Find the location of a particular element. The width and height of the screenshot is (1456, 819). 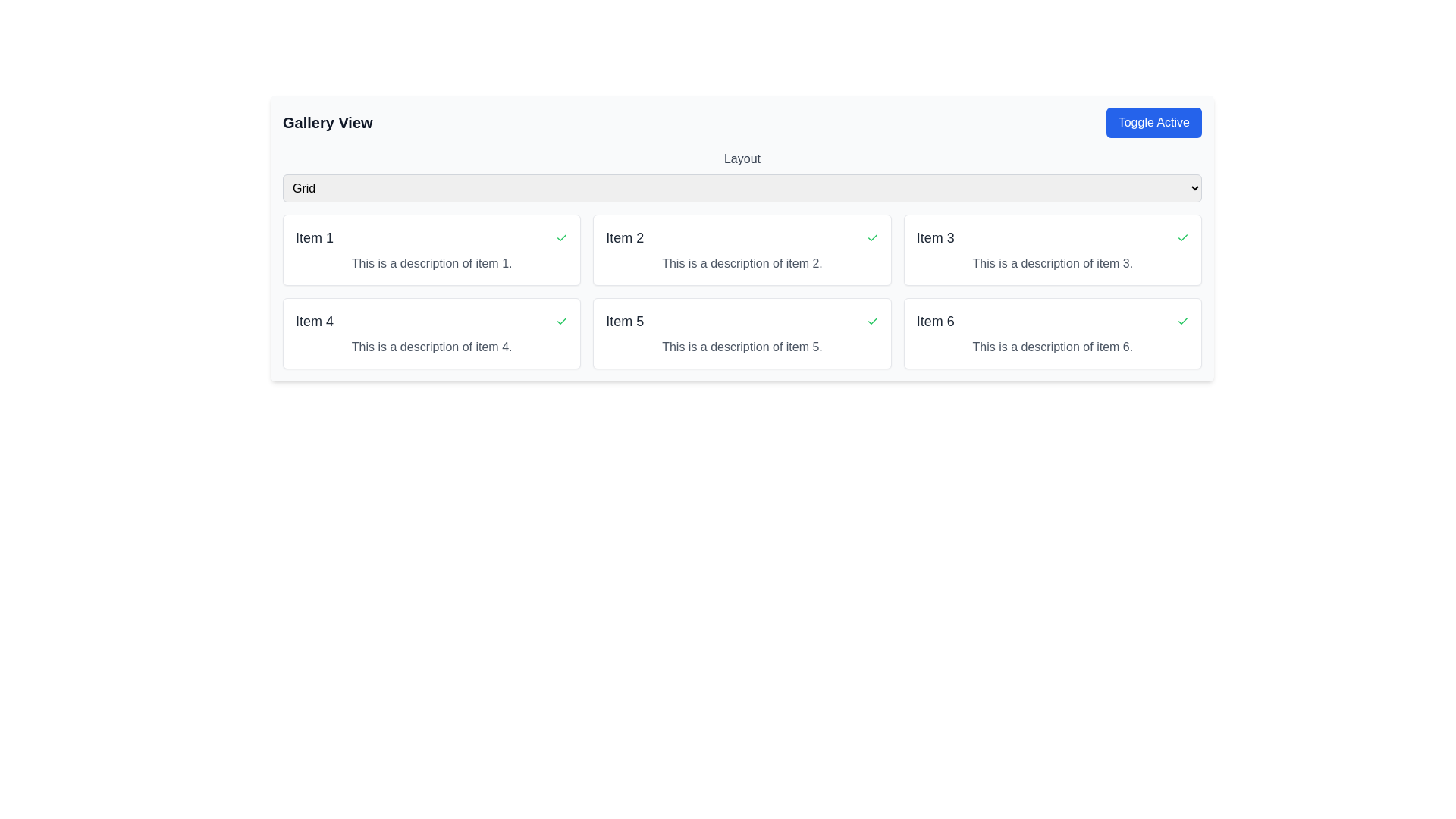

the text element that displays 'This is a description of item 2.' located under the label 'Item 2' is located at coordinates (742, 262).